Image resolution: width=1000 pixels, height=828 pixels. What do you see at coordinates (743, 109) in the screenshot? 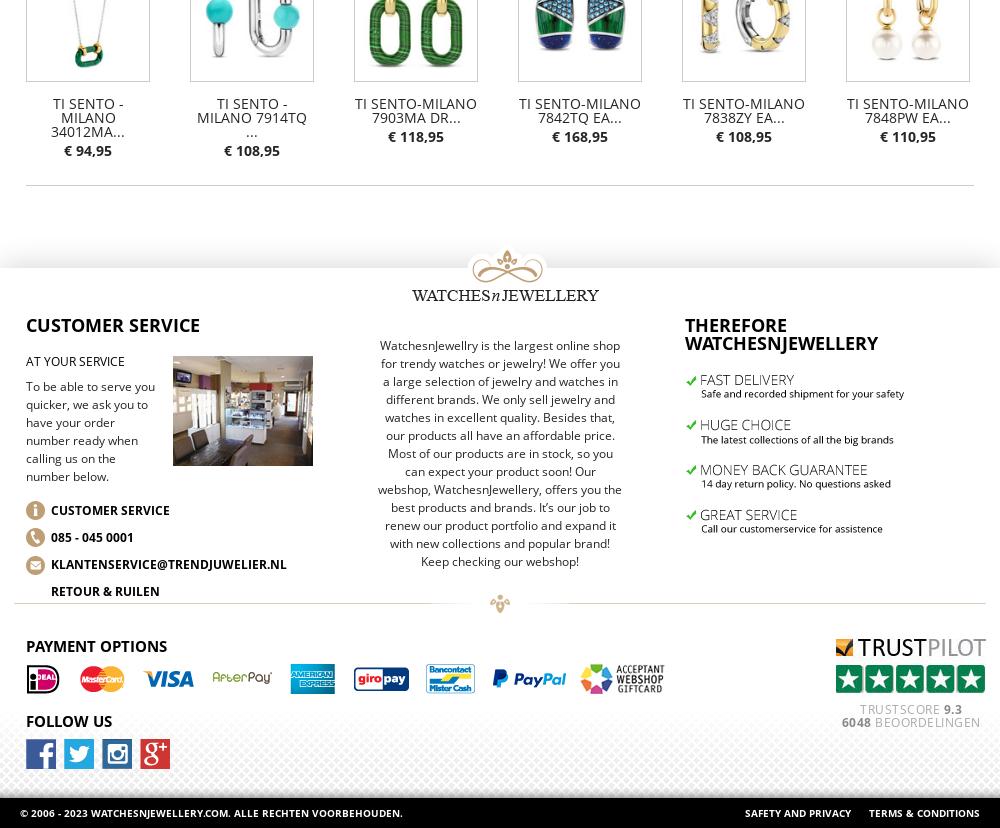
I see `'TI SENTO-Milano 7838ZY Ea...'` at bounding box center [743, 109].